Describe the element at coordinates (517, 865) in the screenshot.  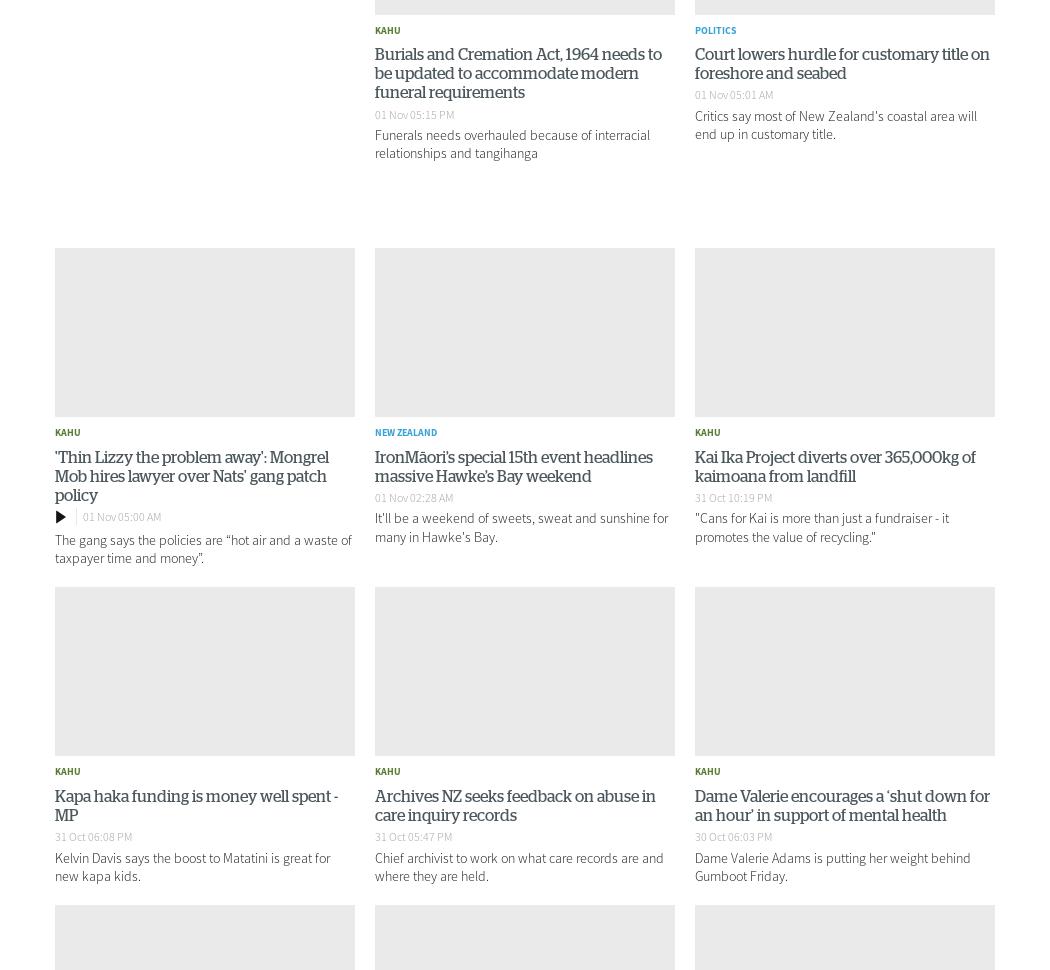
I see `'Chief archivist to work on what care records are and where they are held.'` at that location.